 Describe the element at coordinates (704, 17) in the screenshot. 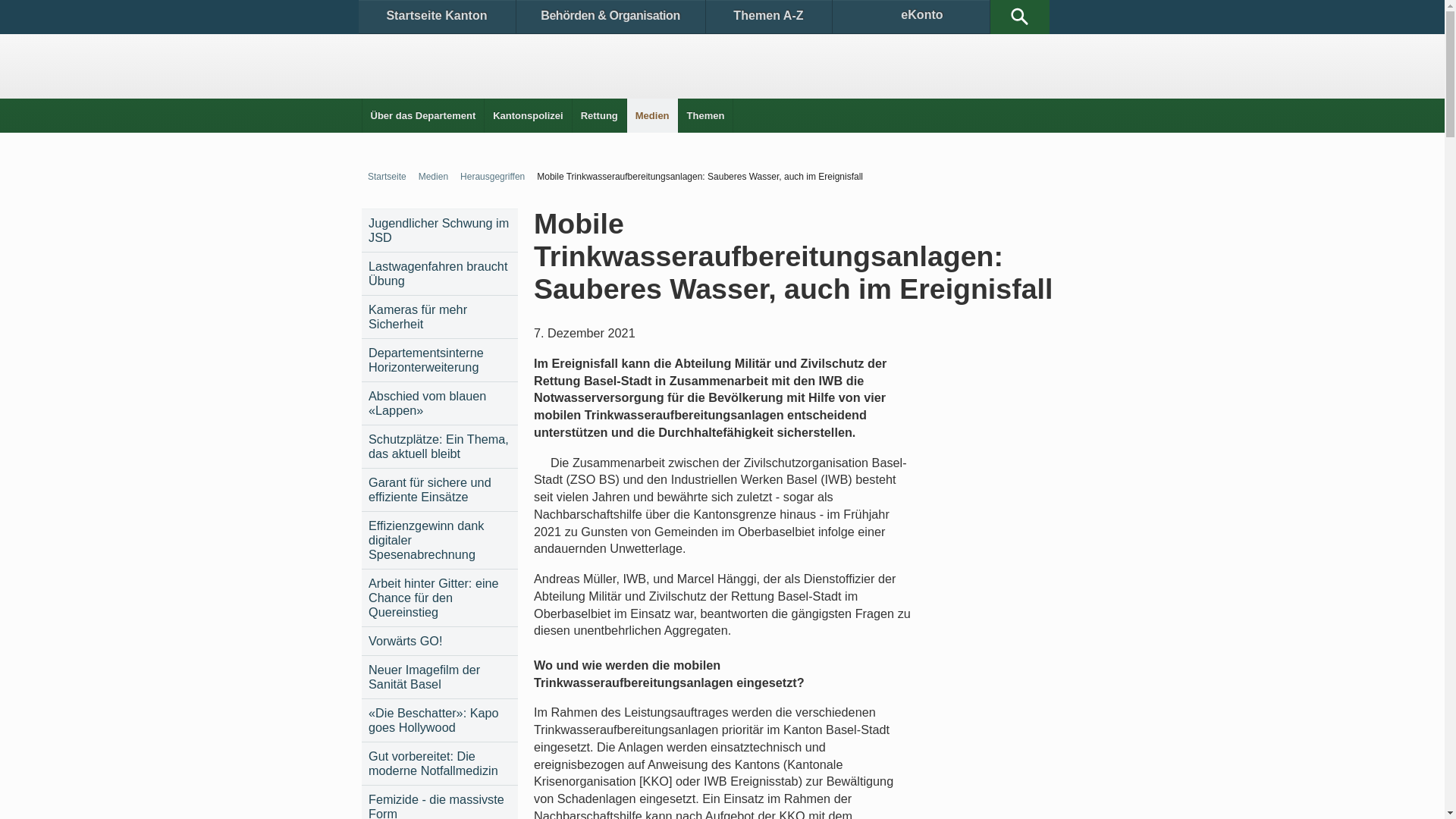

I see `'Themen A-Z'` at that location.